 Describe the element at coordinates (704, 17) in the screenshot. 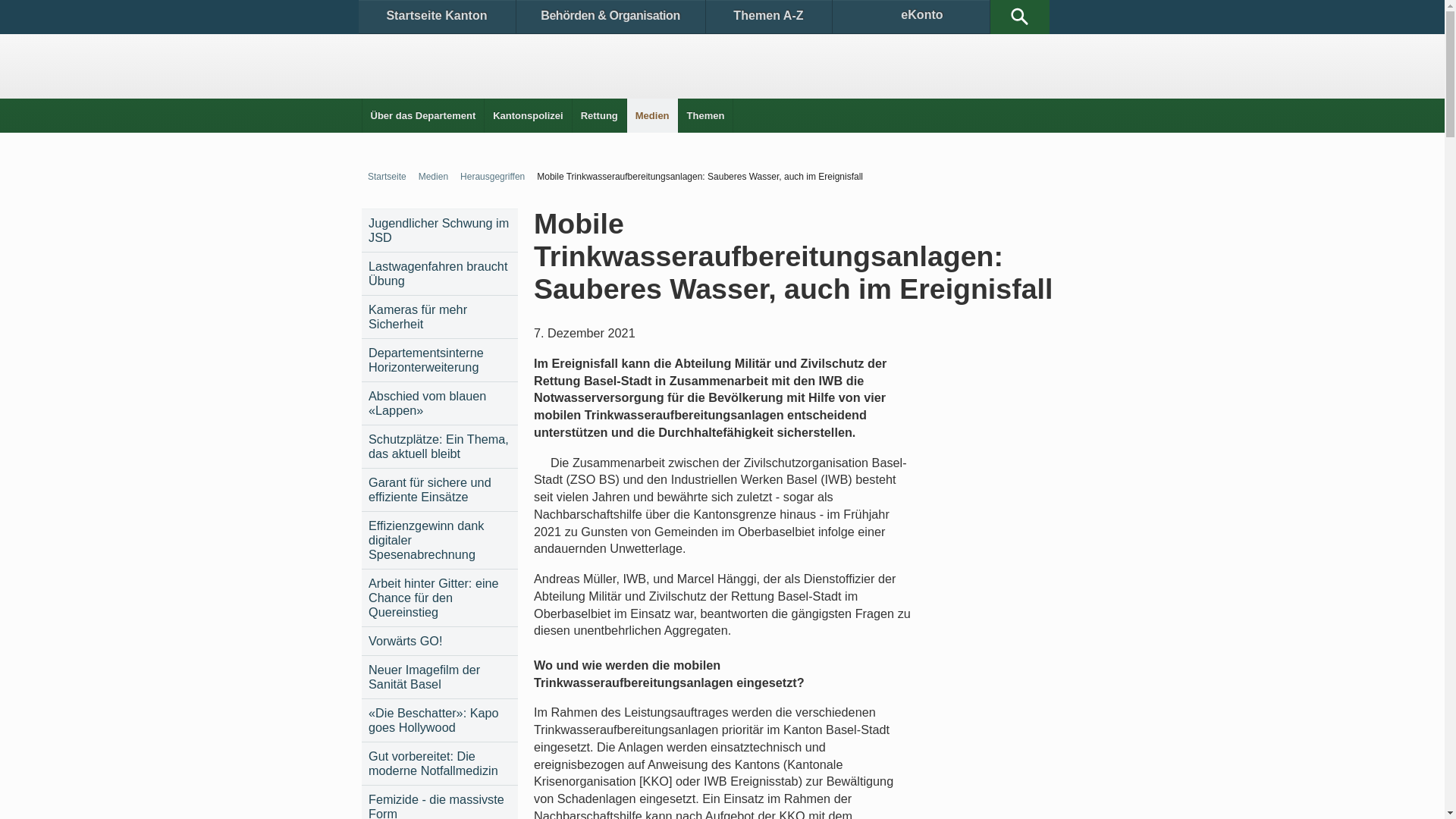

I see `'Themen A-Z'` at that location.